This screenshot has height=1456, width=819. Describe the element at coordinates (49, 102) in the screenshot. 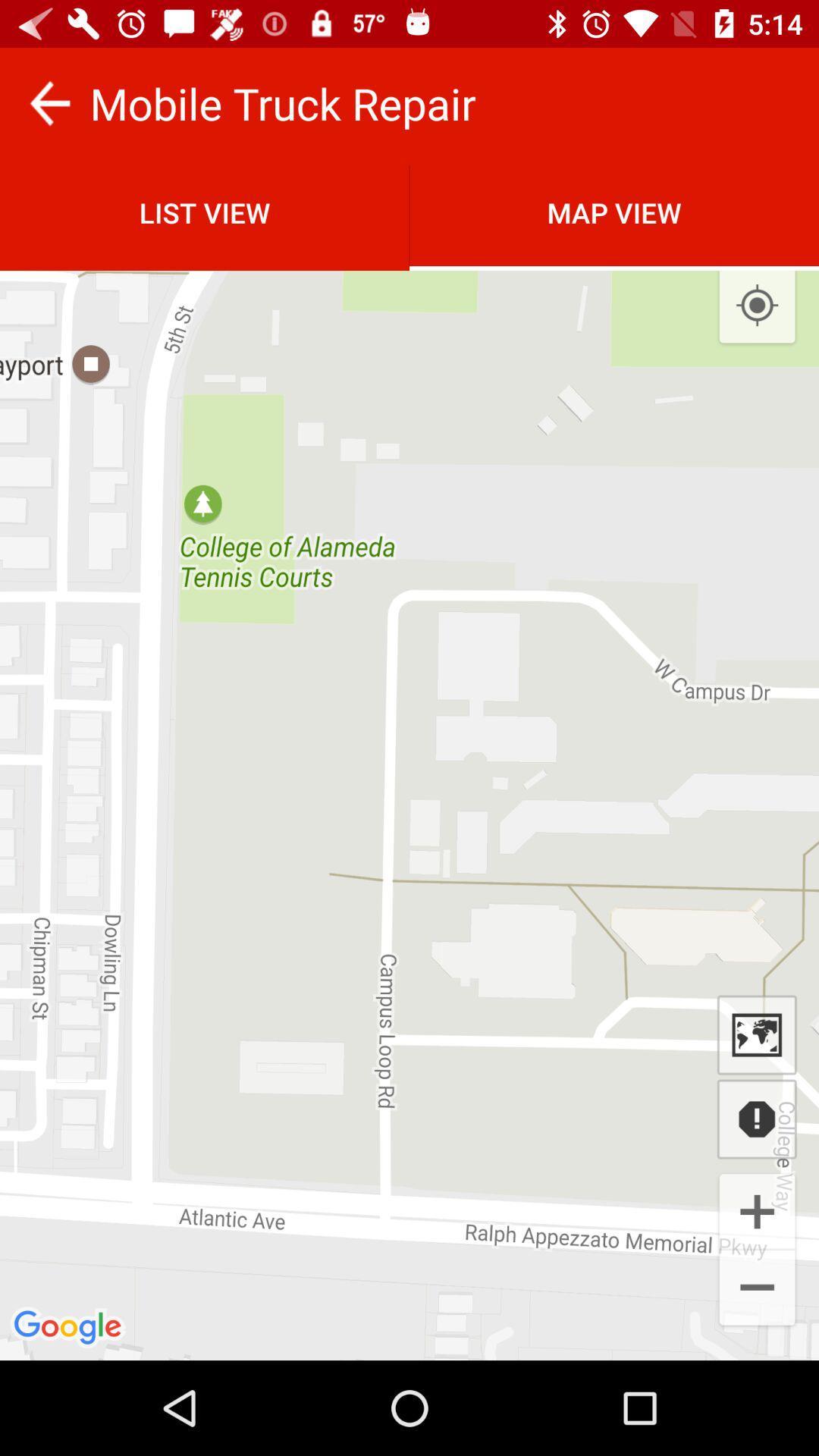

I see `previous screen` at that location.